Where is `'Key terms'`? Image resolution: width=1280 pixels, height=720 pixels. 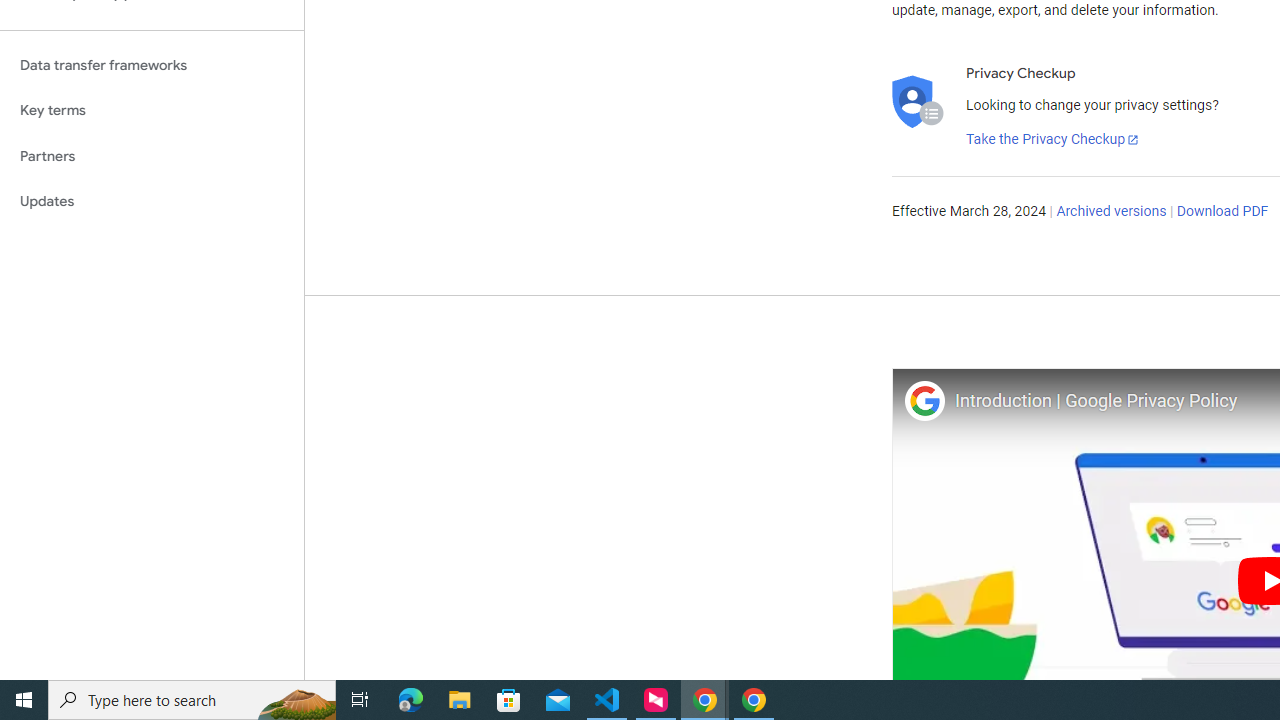
'Key terms' is located at coordinates (151, 110).